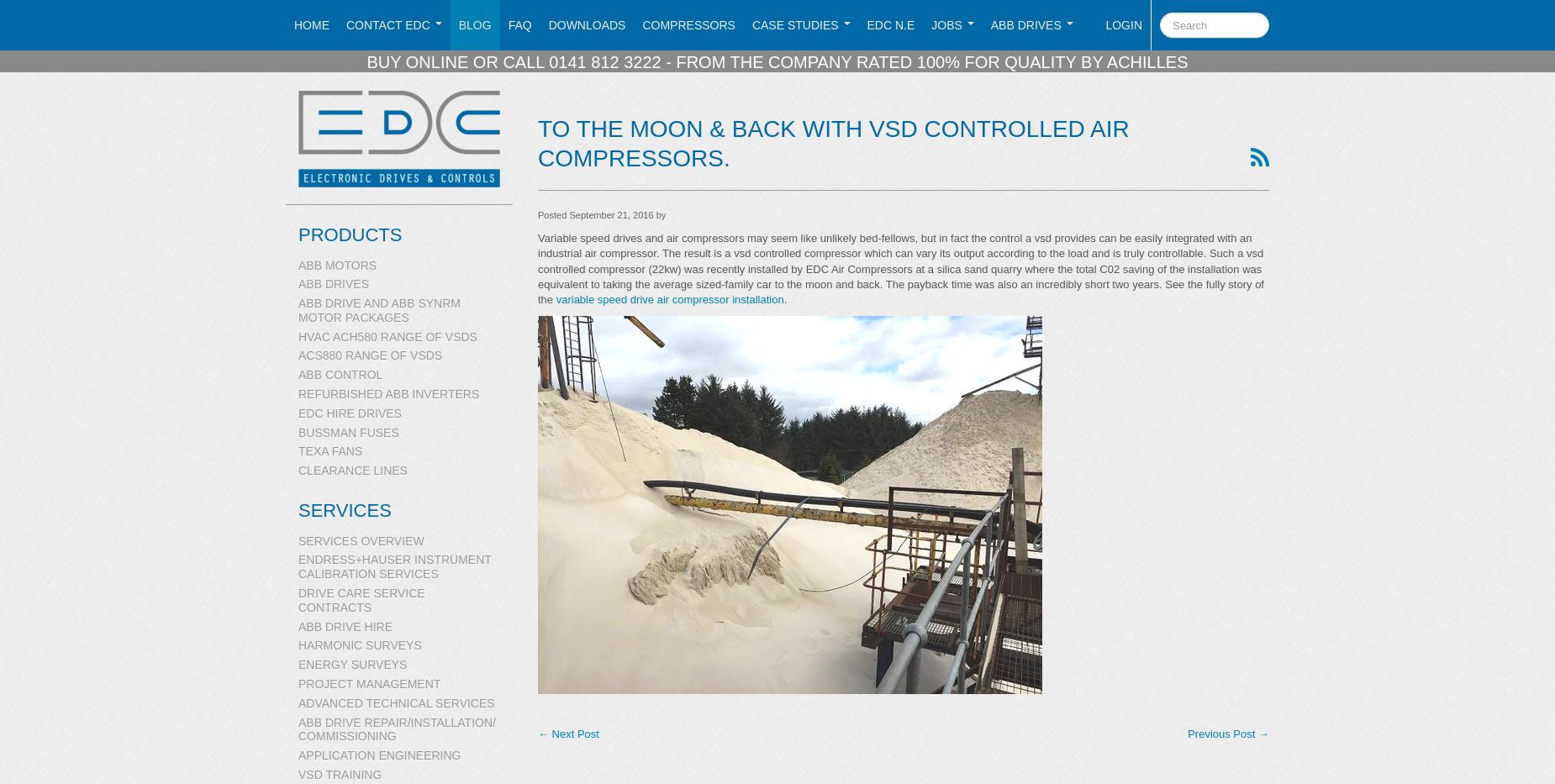 The width and height of the screenshot is (1555, 784). What do you see at coordinates (349, 413) in the screenshot?
I see `'EDC Hire Drives'` at bounding box center [349, 413].